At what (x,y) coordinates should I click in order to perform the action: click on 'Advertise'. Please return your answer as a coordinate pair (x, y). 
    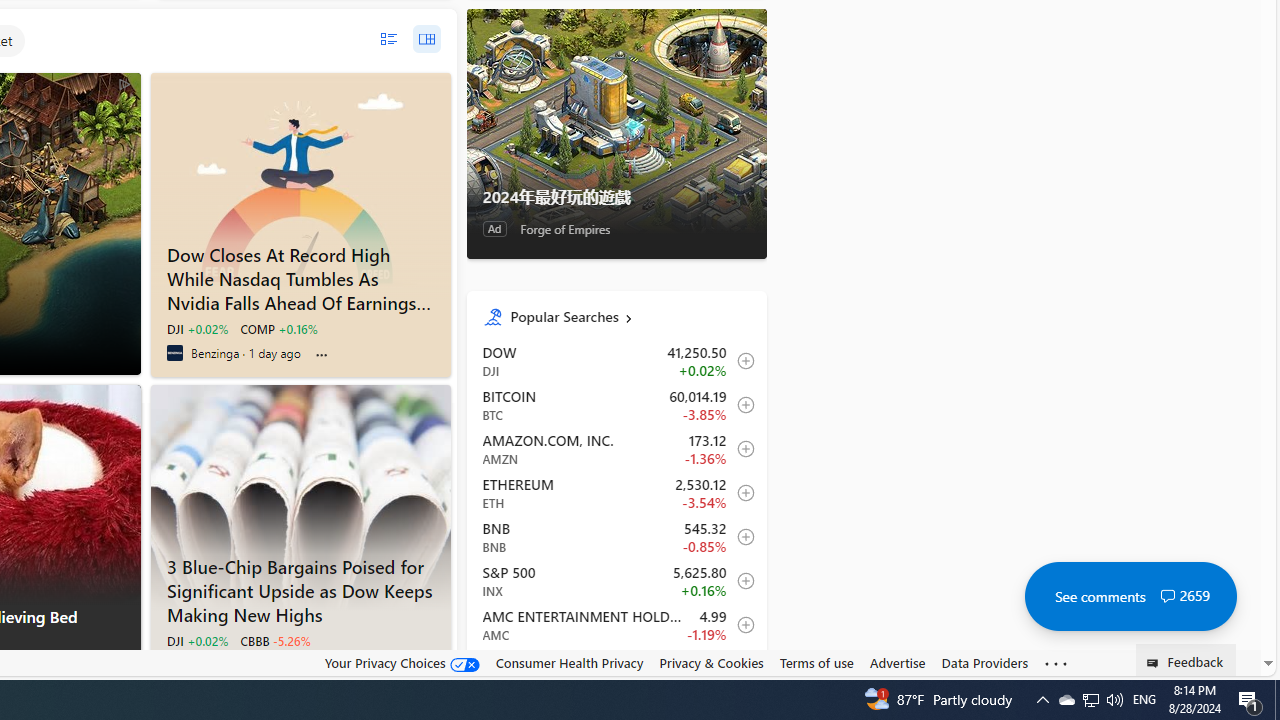
    Looking at the image, I should click on (896, 662).